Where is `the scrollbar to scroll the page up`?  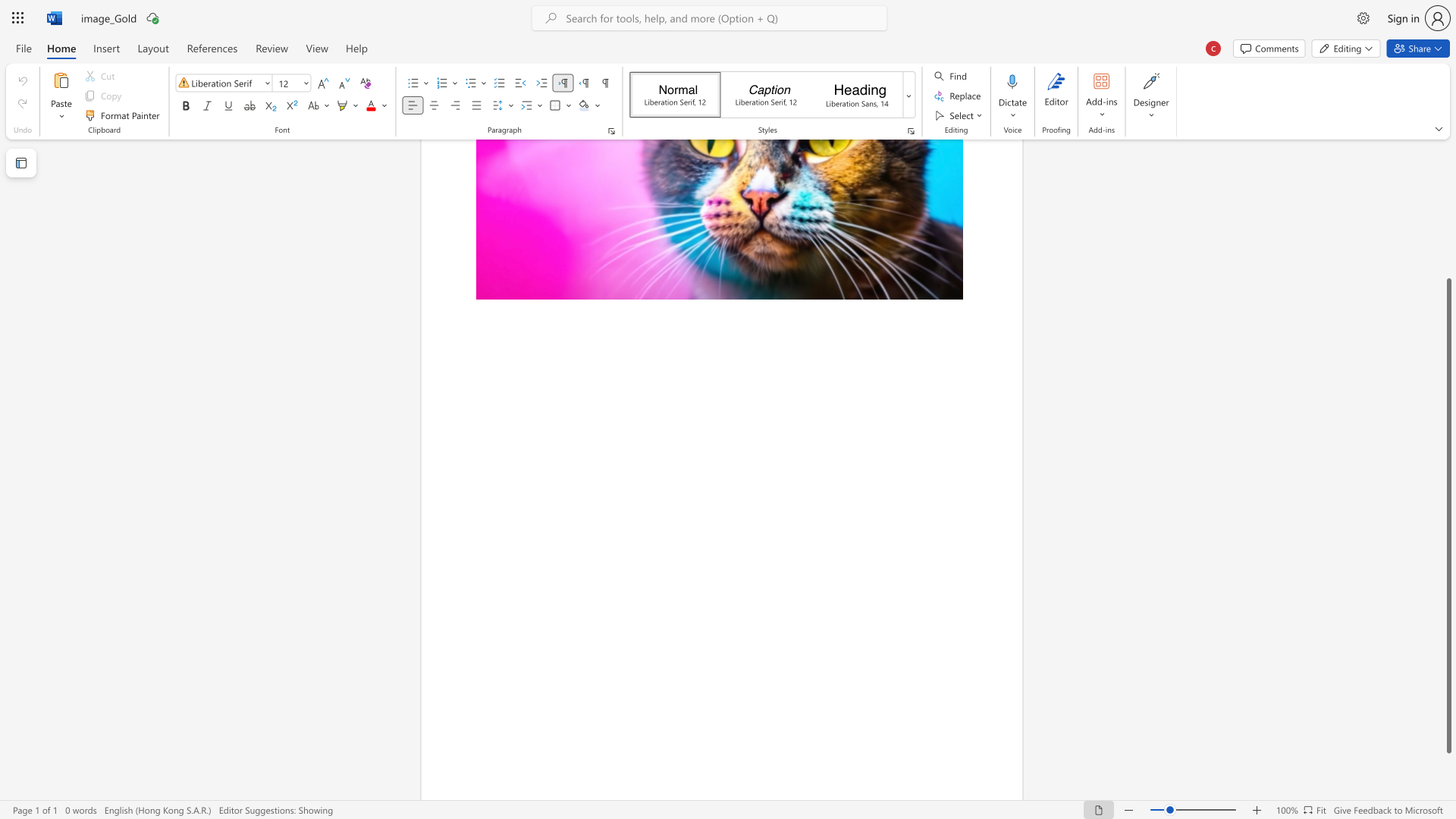
the scrollbar to scroll the page up is located at coordinates (1448, 219).